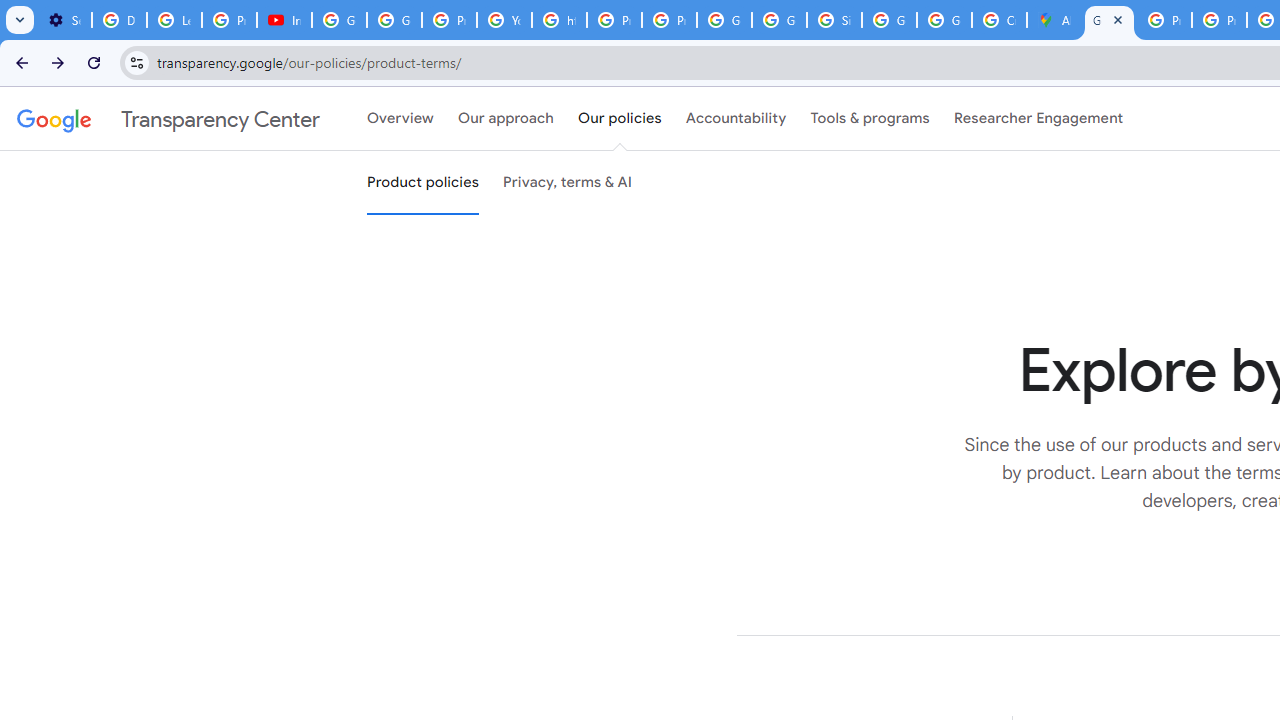 Image resolution: width=1280 pixels, height=720 pixels. I want to click on 'Google Account Help', so click(339, 20).